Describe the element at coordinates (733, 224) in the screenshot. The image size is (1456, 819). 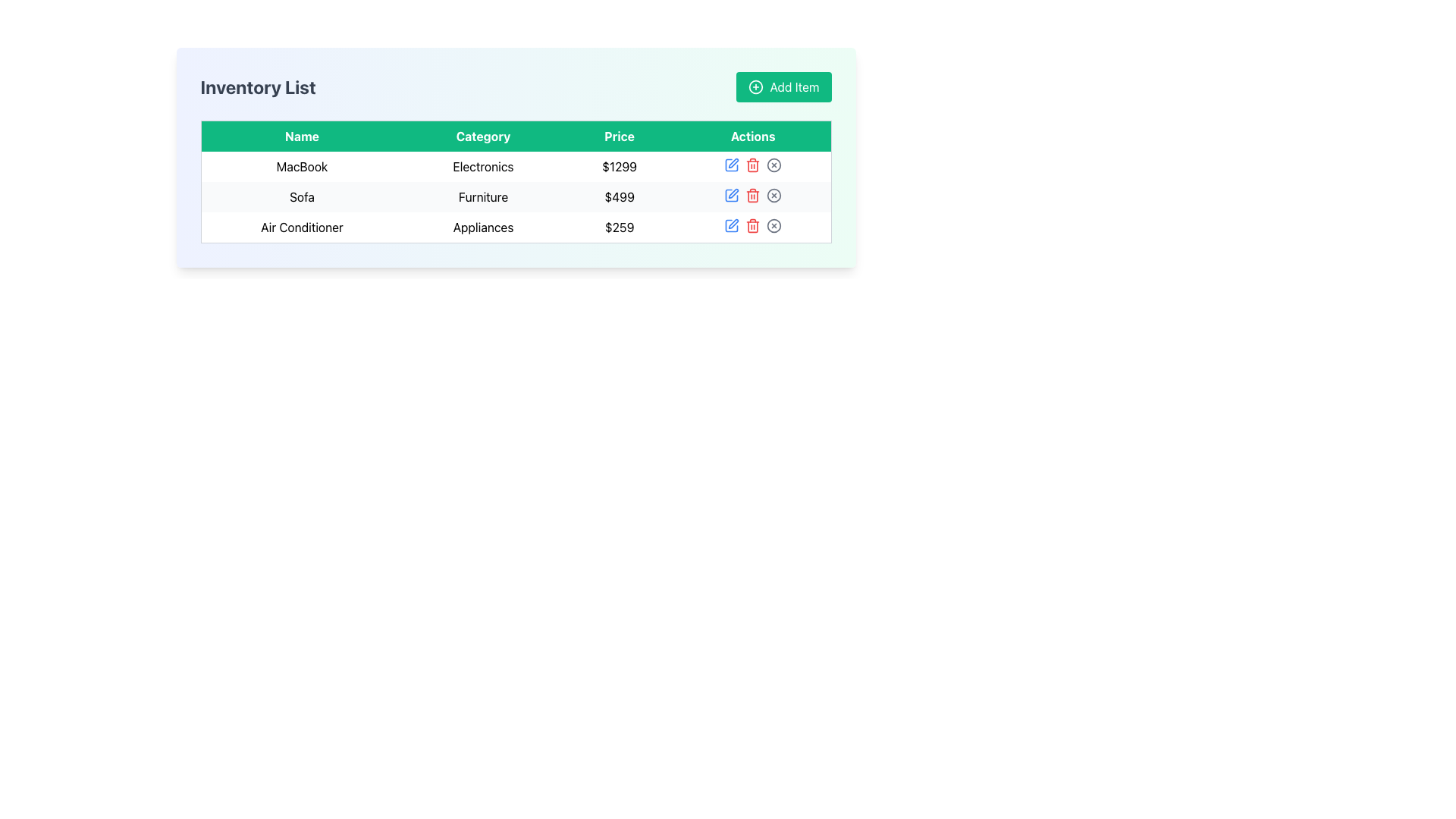
I see `the blue pen icon located in the 'Actions' column of the third row in the table` at that location.